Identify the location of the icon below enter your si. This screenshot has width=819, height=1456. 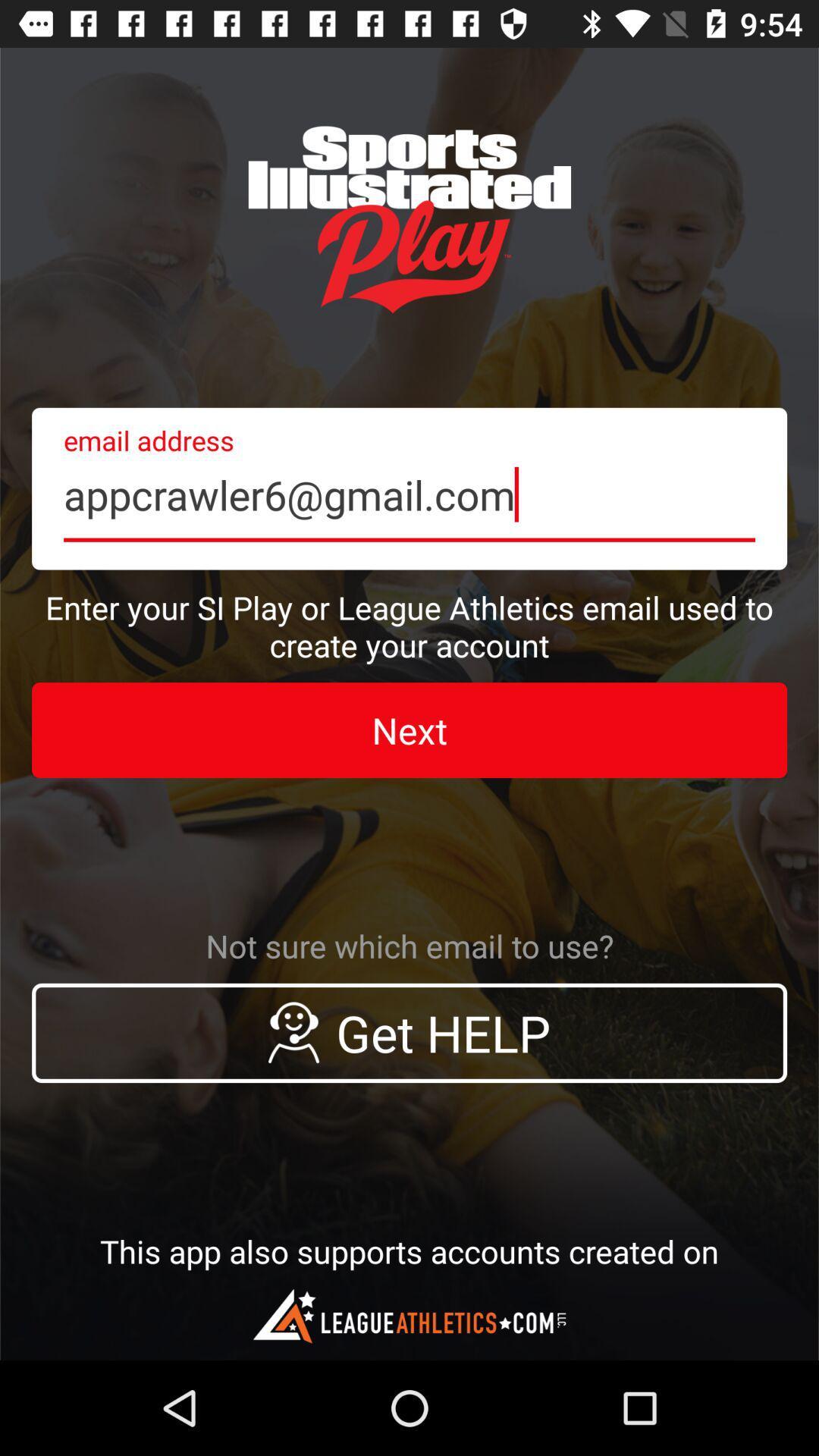
(409, 730).